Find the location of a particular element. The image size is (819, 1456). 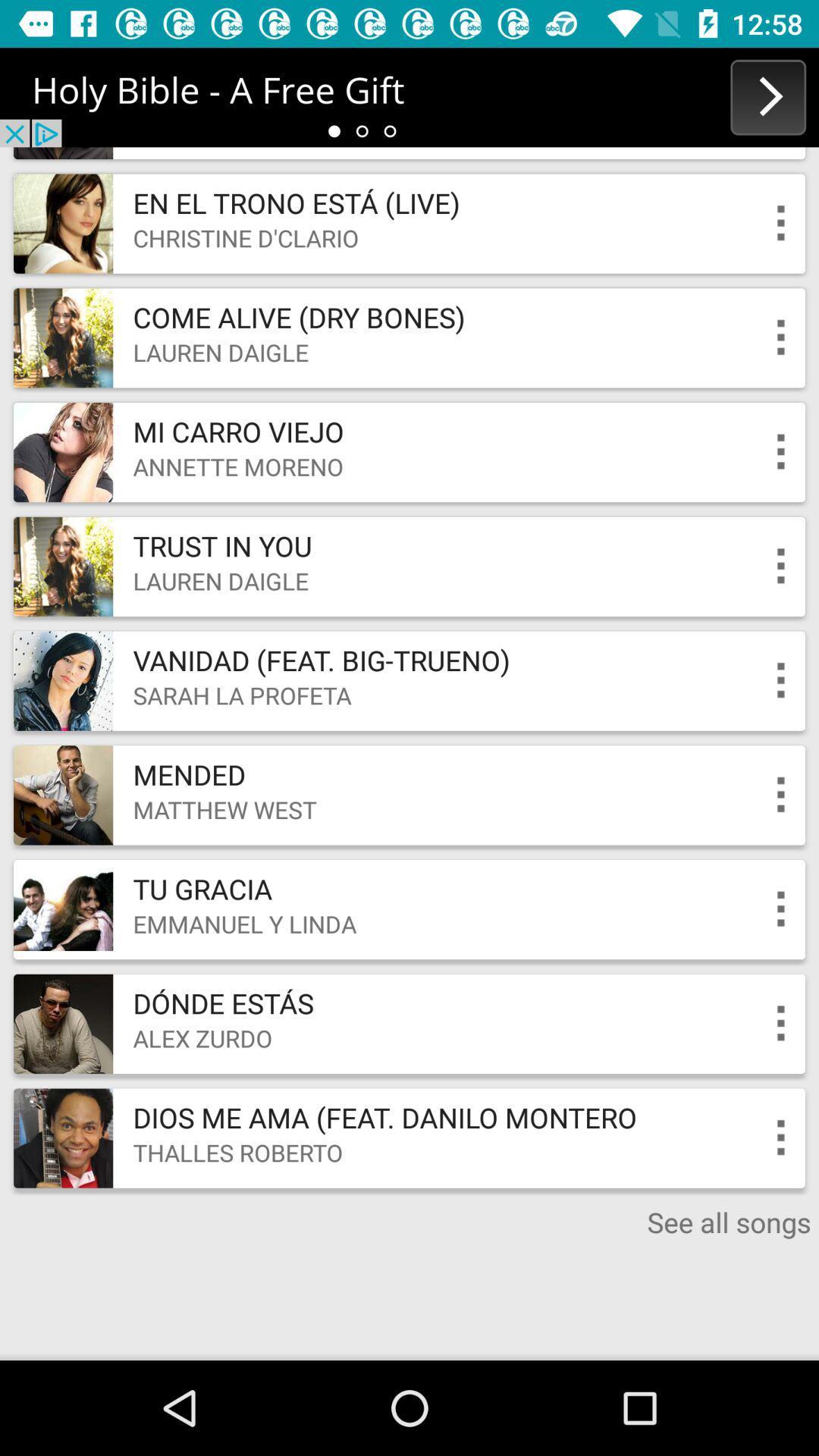

the third image from top is located at coordinates (62, 451).